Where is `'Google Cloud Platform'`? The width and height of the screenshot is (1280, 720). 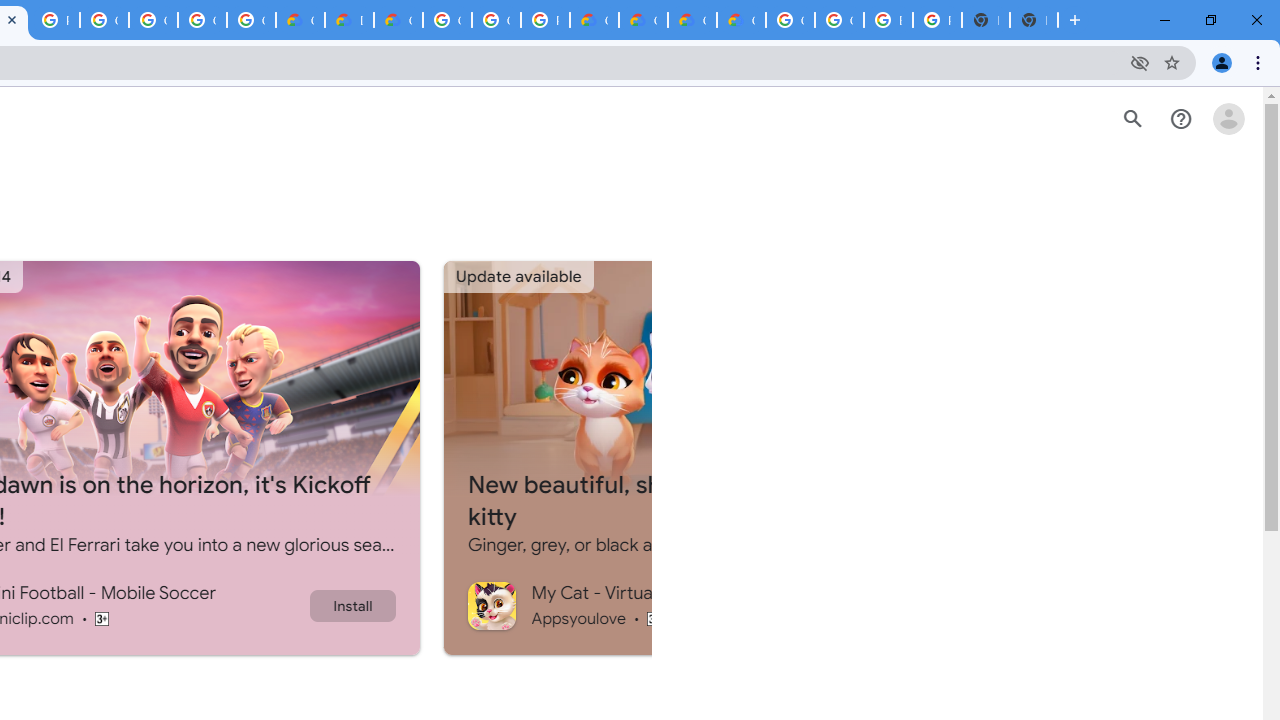
'Google Cloud Platform' is located at coordinates (446, 20).